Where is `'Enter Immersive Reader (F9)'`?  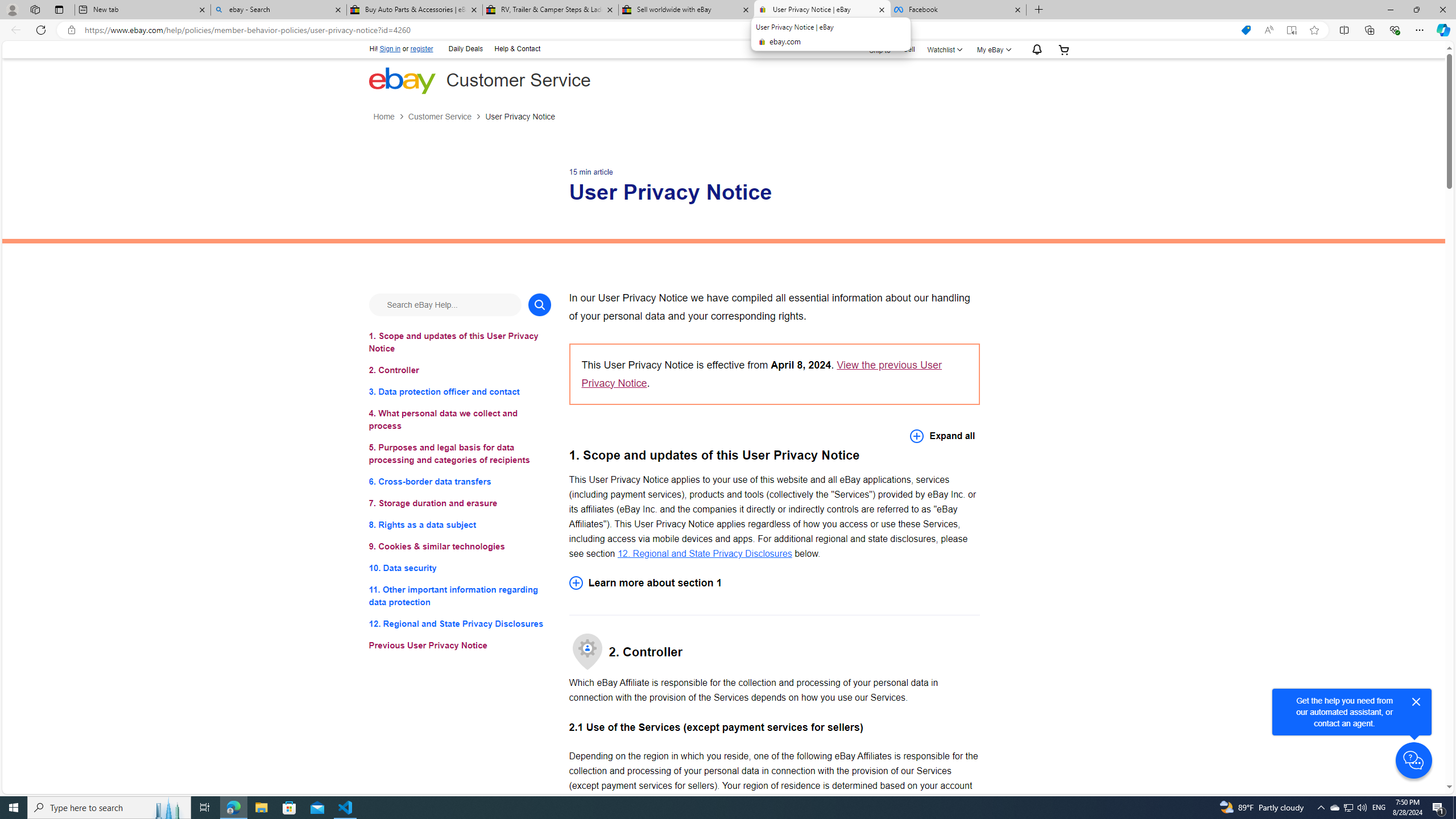 'Enter Immersive Reader (F9)' is located at coordinates (1291, 30).